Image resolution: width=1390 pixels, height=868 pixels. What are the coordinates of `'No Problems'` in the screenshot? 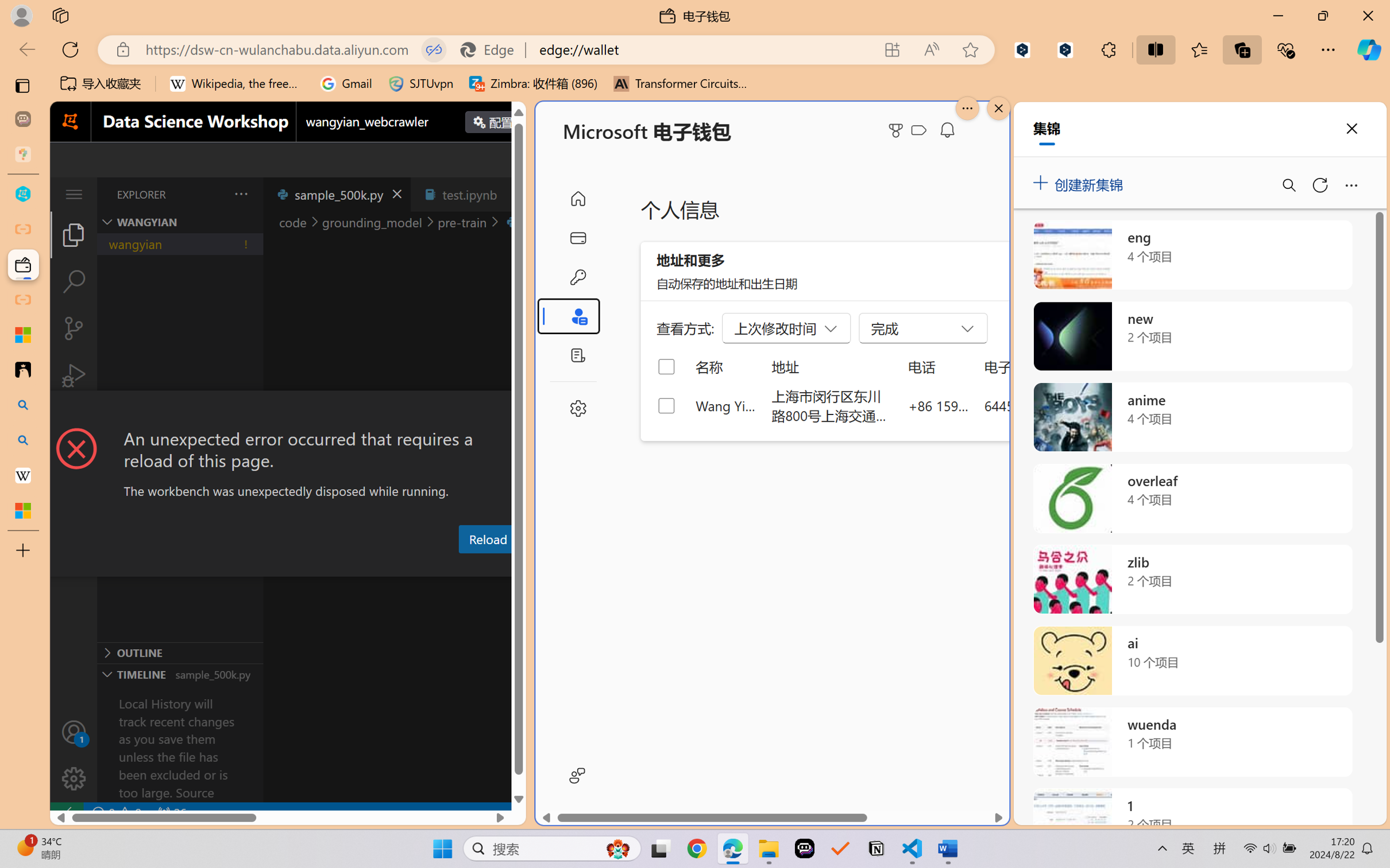 It's located at (115, 812).